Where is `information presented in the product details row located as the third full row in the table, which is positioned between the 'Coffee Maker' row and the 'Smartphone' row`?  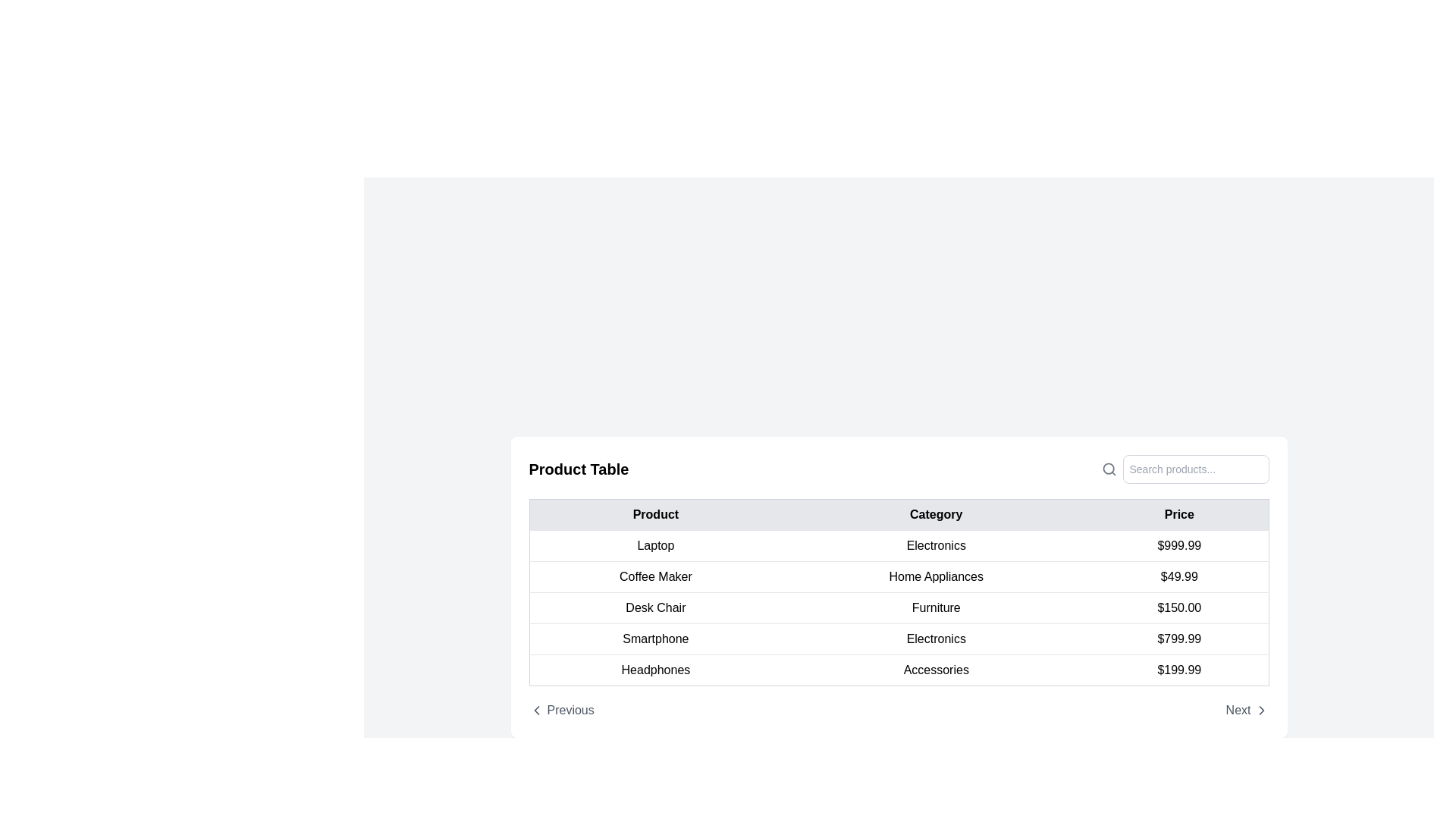
information presented in the product details row located as the third full row in the table, which is positioned between the 'Coffee Maker' row and the 'Smartphone' row is located at coordinates (899, 607).